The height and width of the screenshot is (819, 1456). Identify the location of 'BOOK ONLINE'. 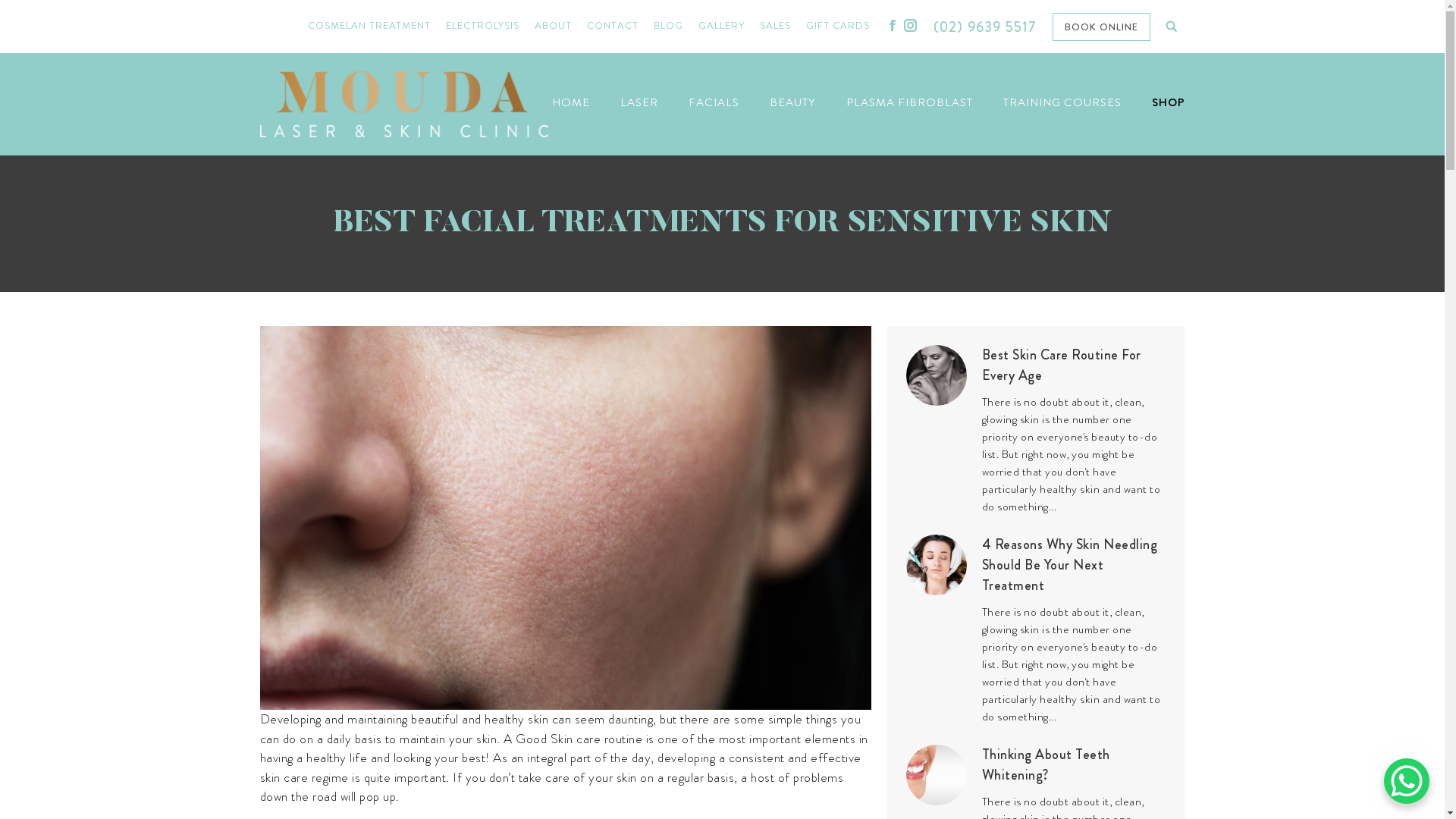
(1051, 26).